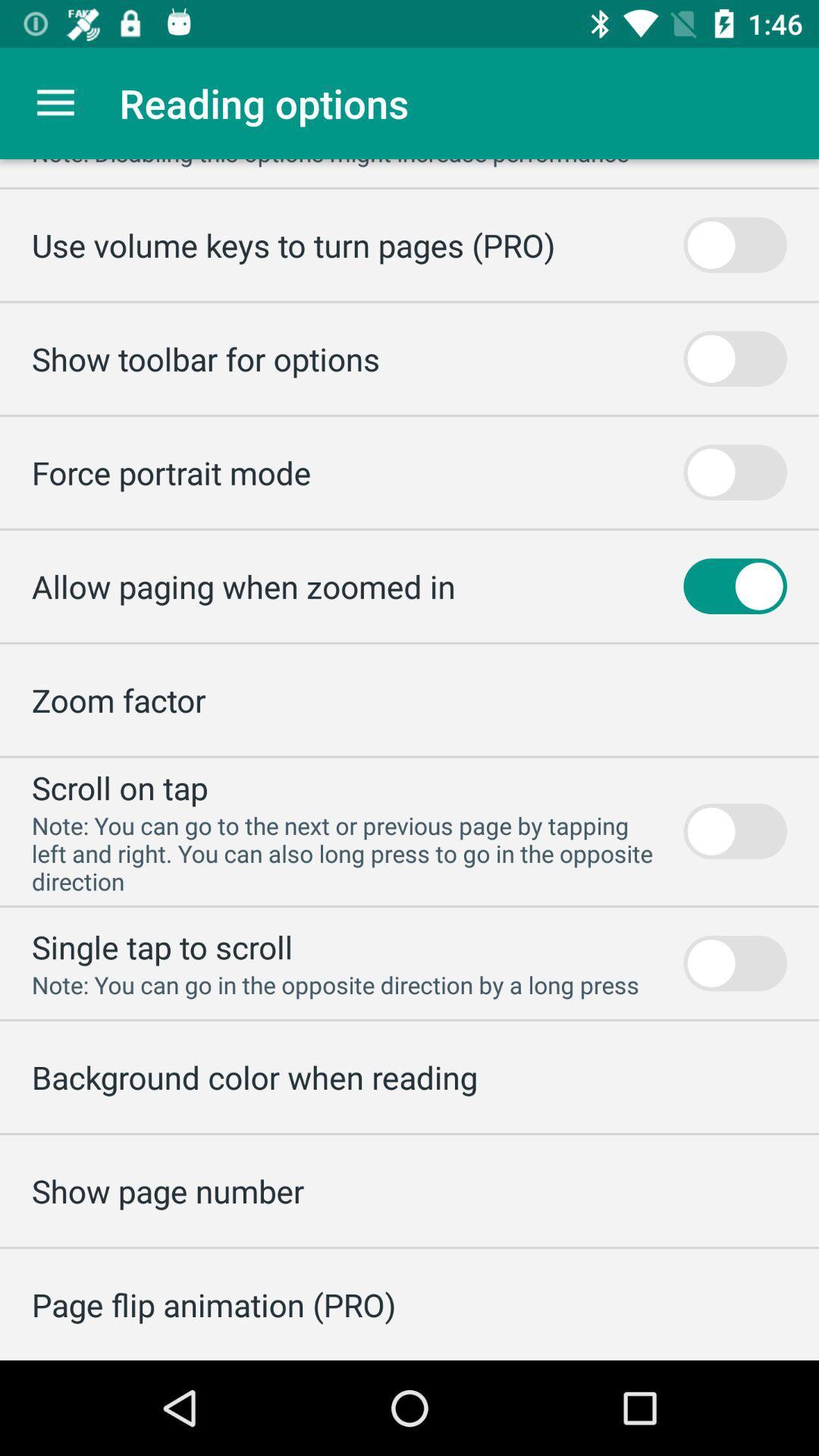 The image size is (819, 1456). I want to click on the show page number icon, so click(168, 1190).